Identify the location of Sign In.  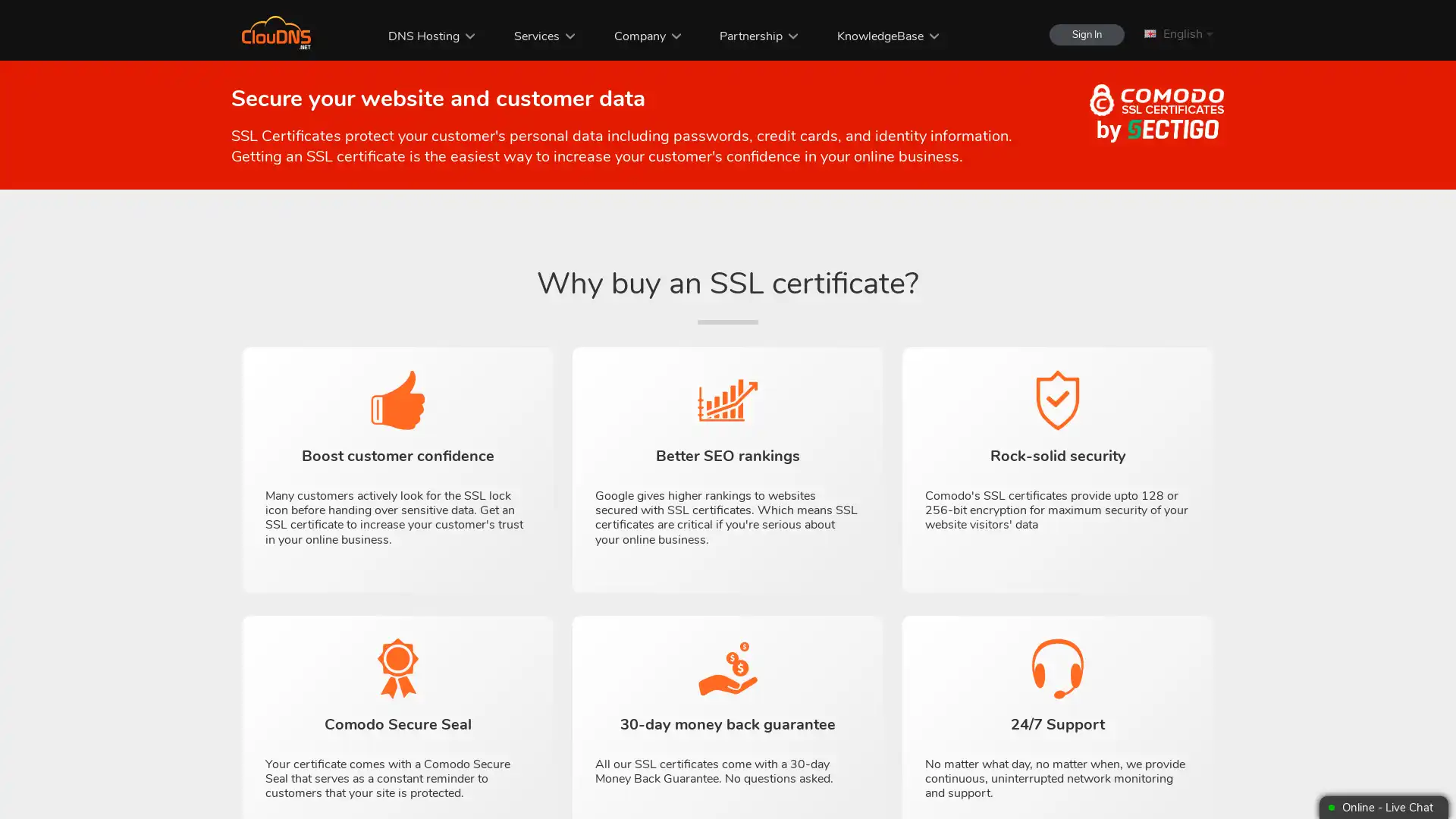
(1084, 34).